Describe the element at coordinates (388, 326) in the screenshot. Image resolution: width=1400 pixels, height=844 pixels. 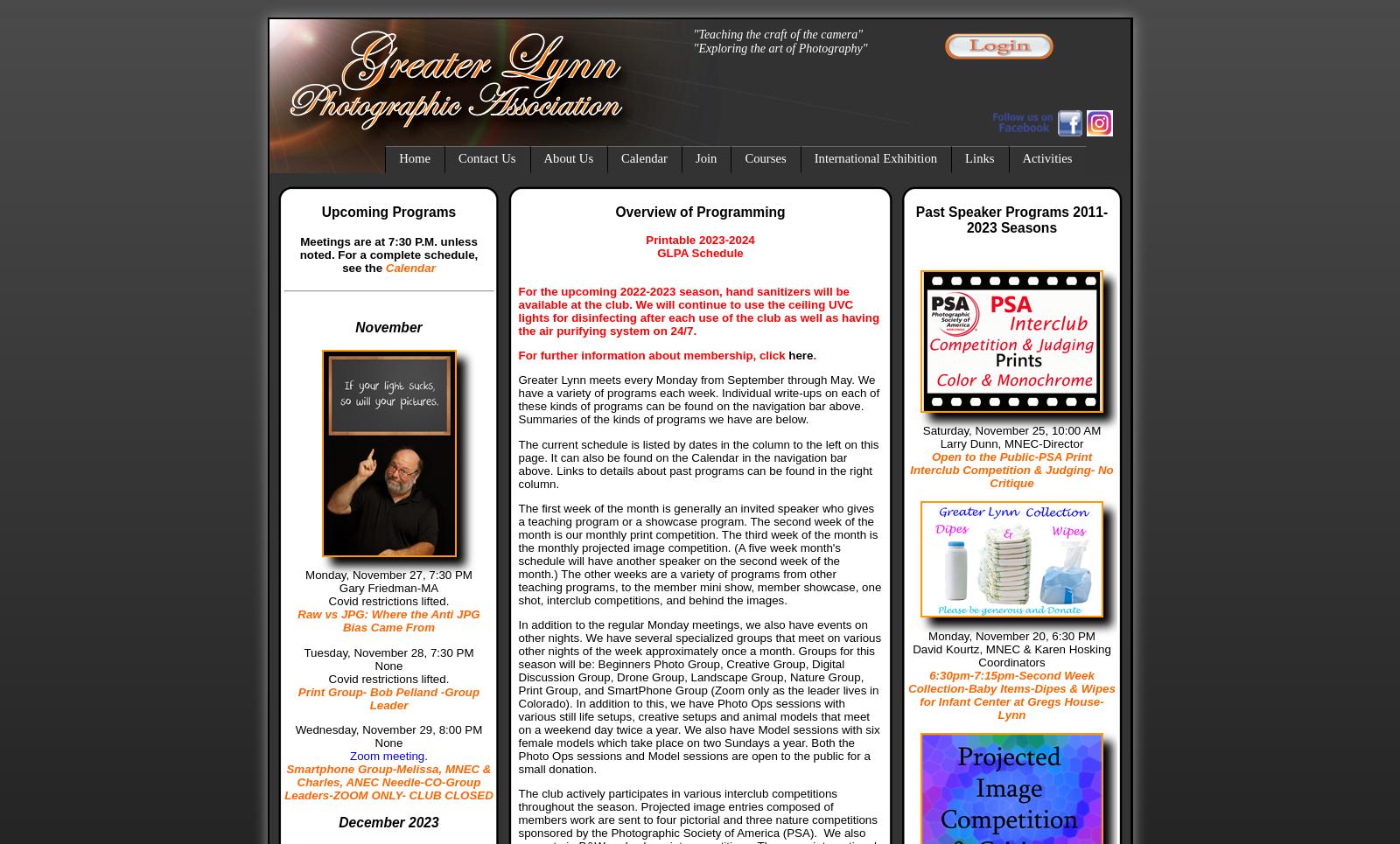
I see `'November'` at that location.